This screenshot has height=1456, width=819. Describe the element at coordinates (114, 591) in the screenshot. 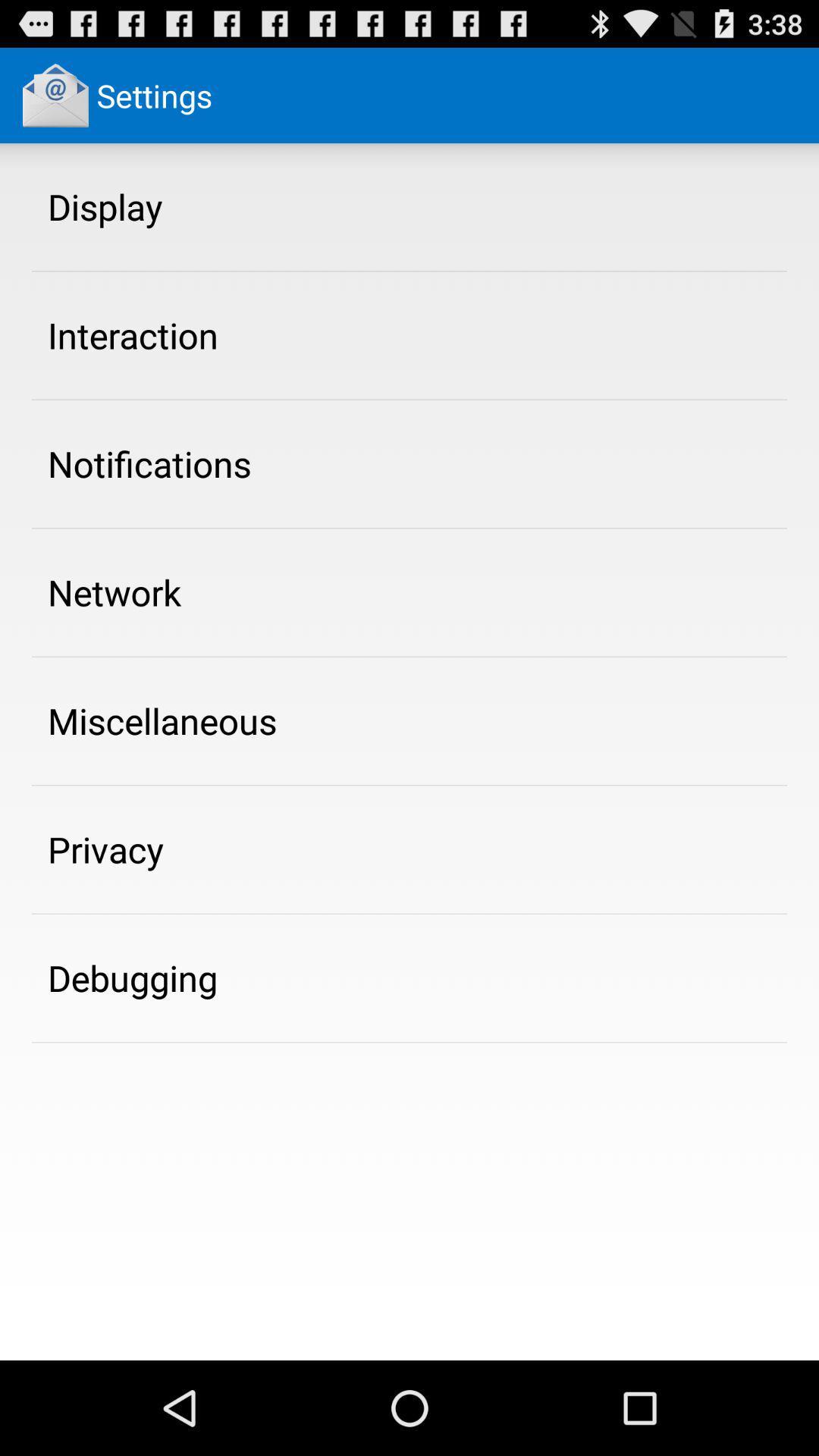

I see `the item above the miscellaneous app` at that location.